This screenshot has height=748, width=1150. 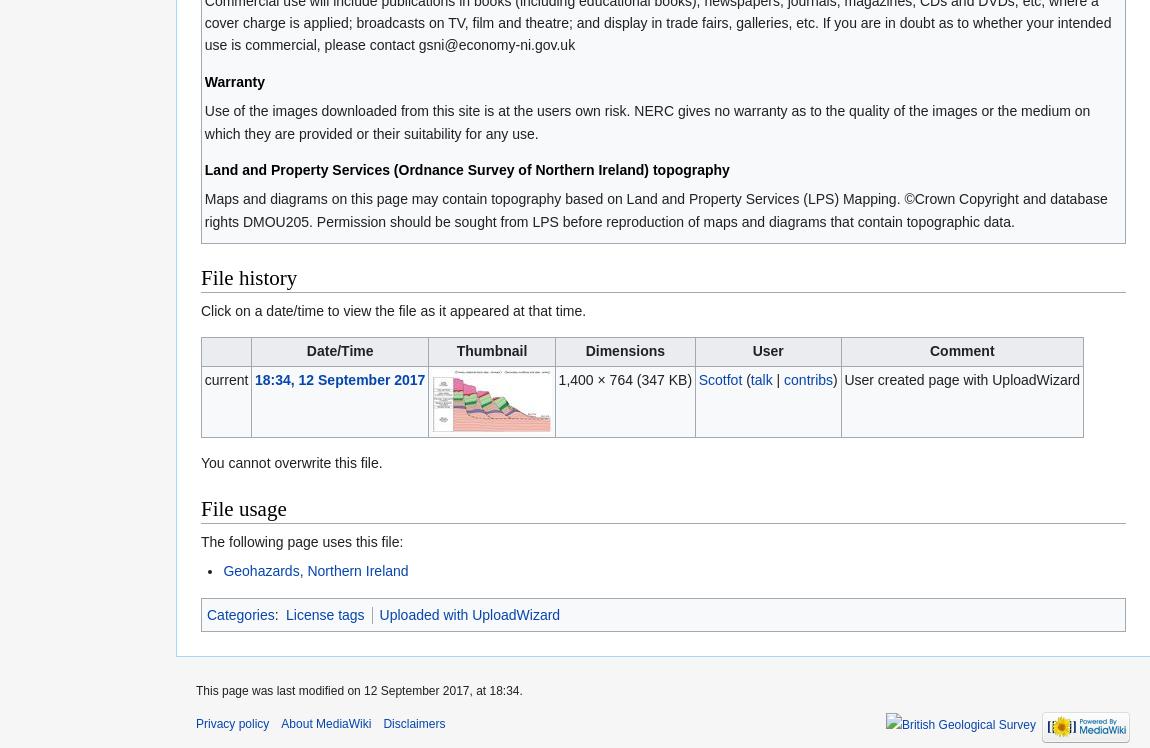 What do you see at coordinates (239, 613) in the screenshot?
I see `'Categories'` at bounding box center [239, 613].